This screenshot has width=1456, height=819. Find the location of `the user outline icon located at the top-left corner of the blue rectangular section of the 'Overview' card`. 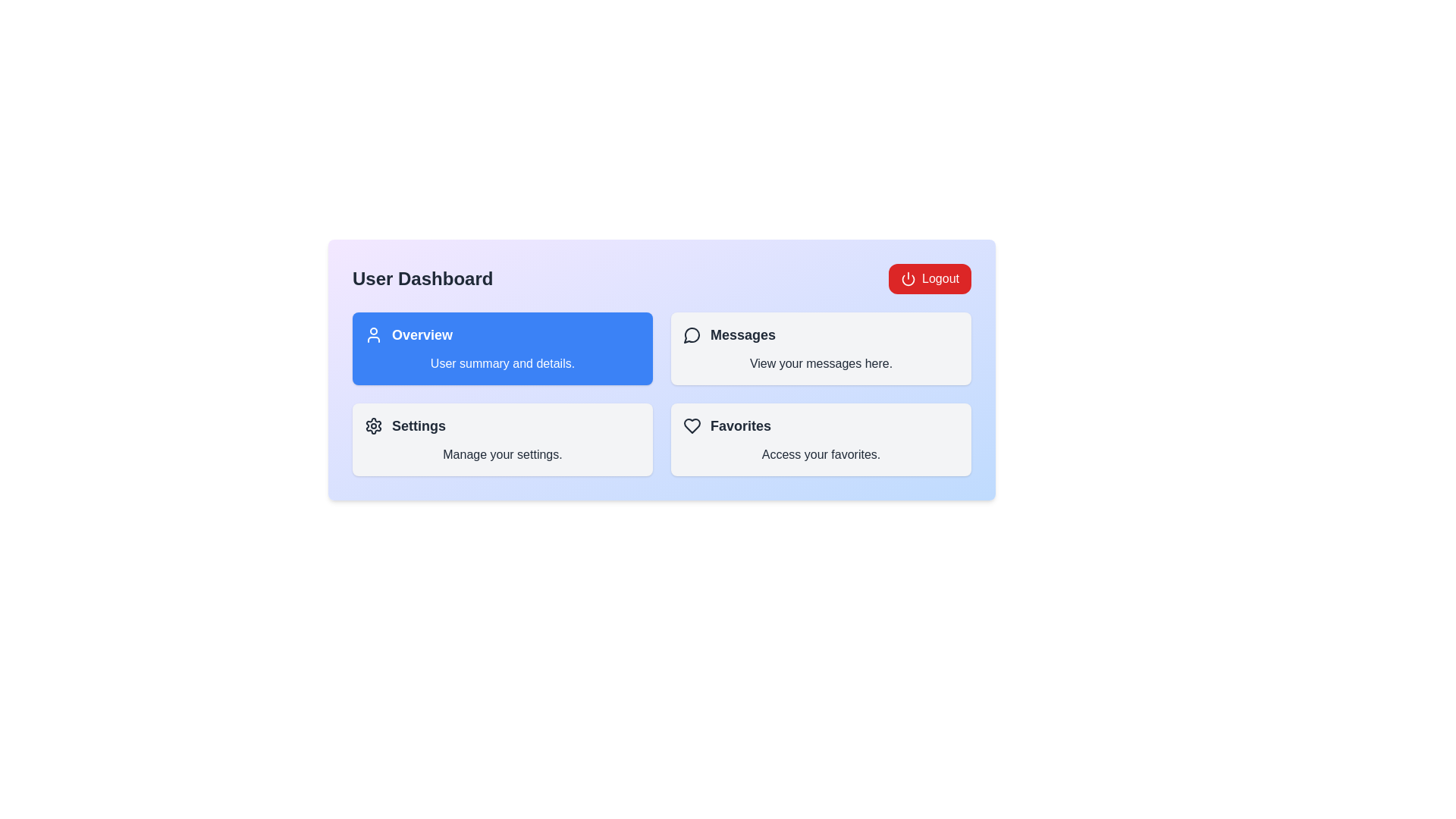

the user outline icon located at the top-left corner of the blue rectangular section of the 'Overview' card is located at coordinates (374, 334).